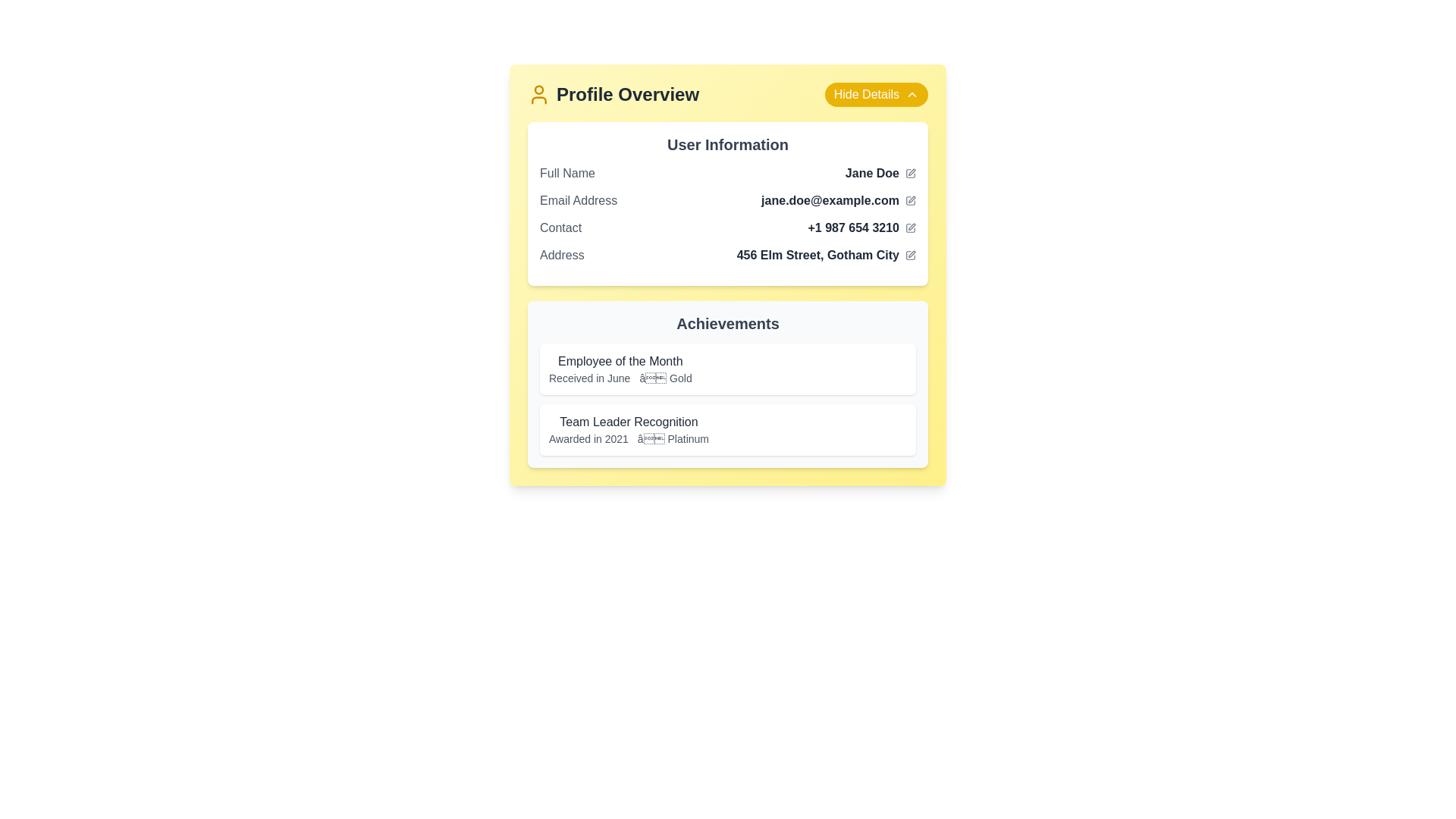 The image size is (1456, 819). Describe the element at coordinates (629, 438) in the screenshot. I see `the informational text displaying the award's year and level ('Platinum') located under the 'Achievements' section in the user profile interface, below the heading 'Team Leader Recognition'` at that location.